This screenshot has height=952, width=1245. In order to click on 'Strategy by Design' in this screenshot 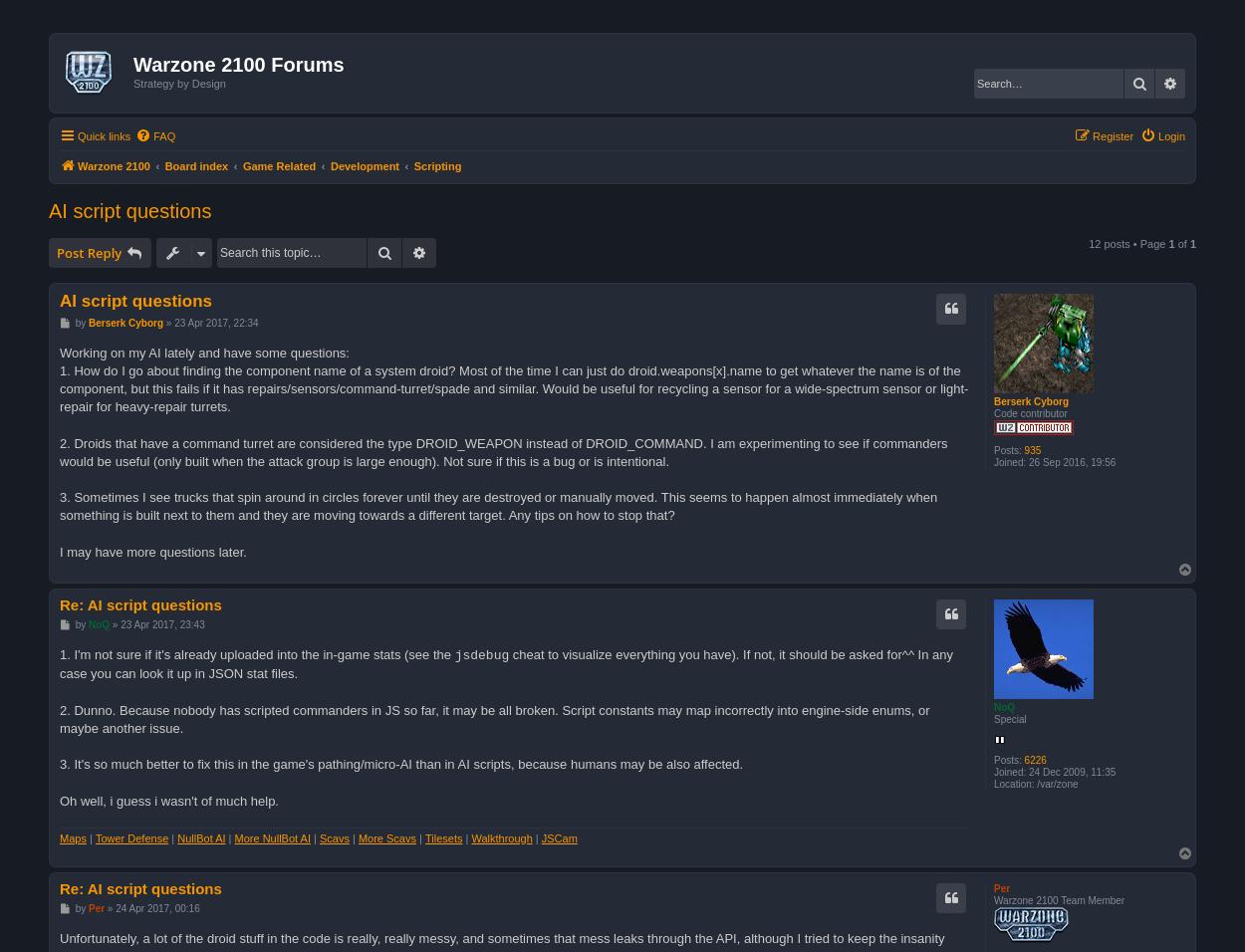, I will do `click(179, 83)`.